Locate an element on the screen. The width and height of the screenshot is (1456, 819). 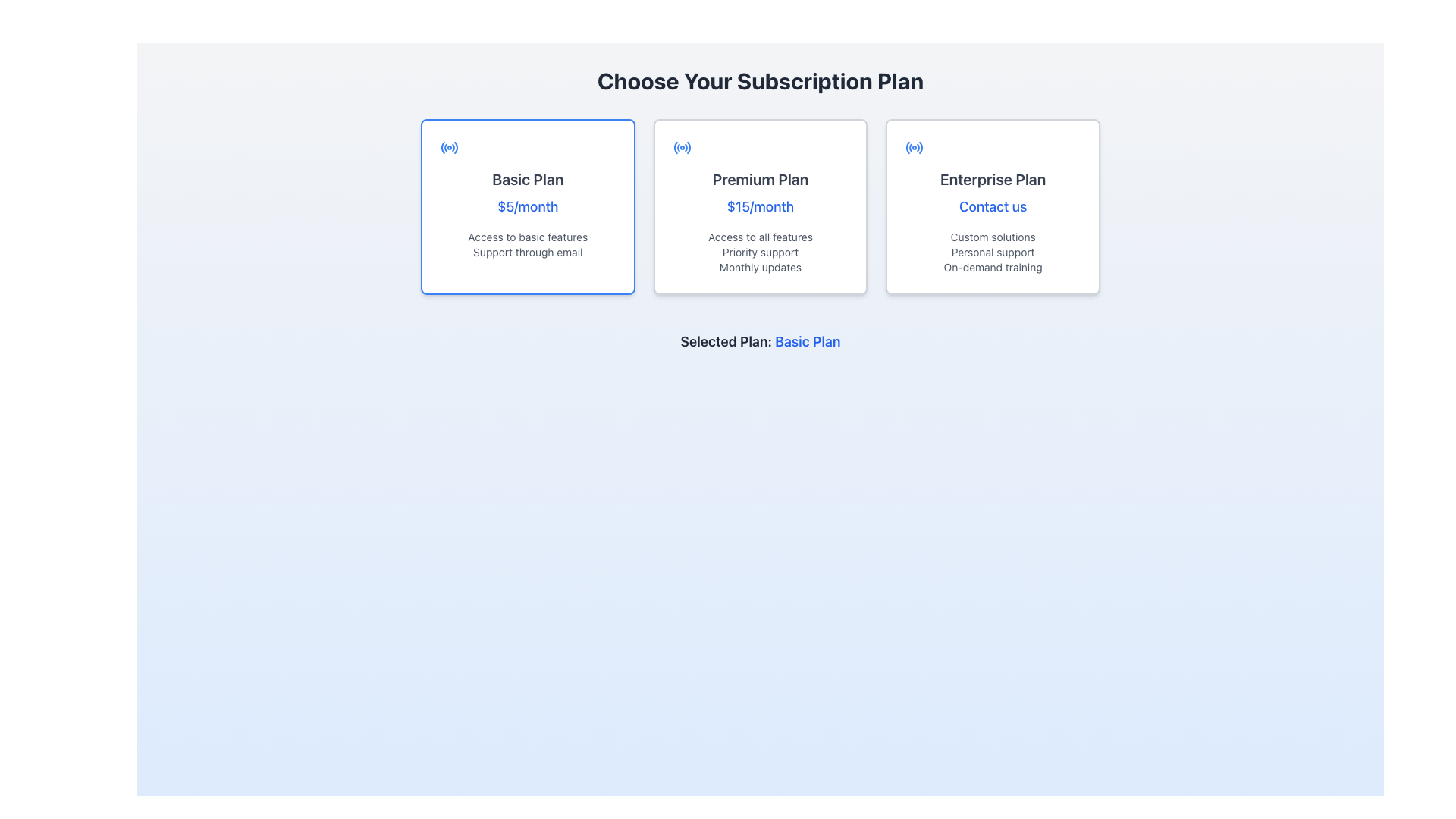
the text element that informs users about email support in the 'Basic Plan', located beneath 'Access to basic features' in the 'Choose Your Subscription Plan' section is located at coordinates (528, 251).